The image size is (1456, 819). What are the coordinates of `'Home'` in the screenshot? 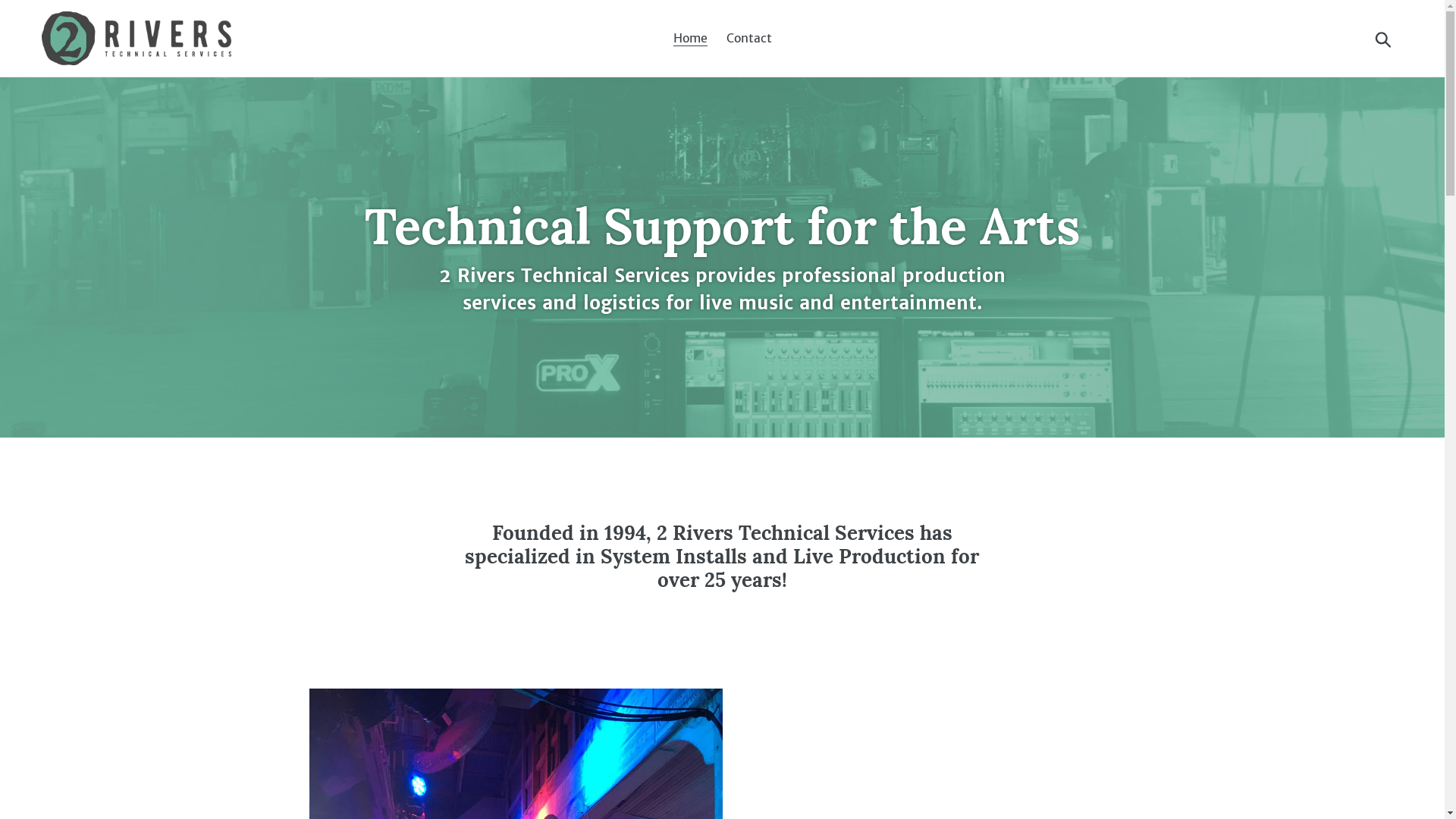 It's located at (689, 37).